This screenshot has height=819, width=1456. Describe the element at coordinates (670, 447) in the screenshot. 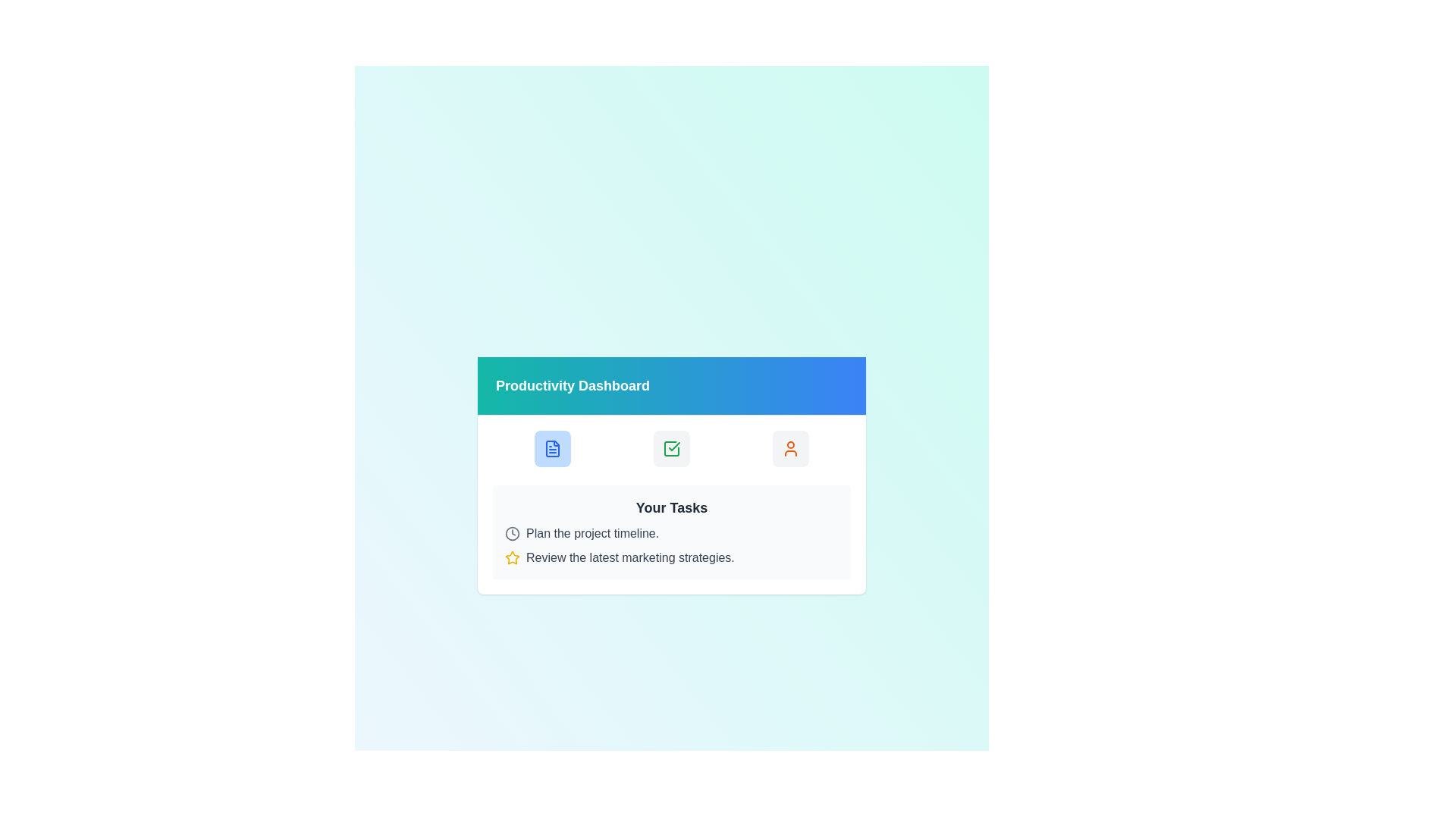

I see `the central square-shaped button with a light gray background and a green checkmark icon to observe the hover effect` at that location.